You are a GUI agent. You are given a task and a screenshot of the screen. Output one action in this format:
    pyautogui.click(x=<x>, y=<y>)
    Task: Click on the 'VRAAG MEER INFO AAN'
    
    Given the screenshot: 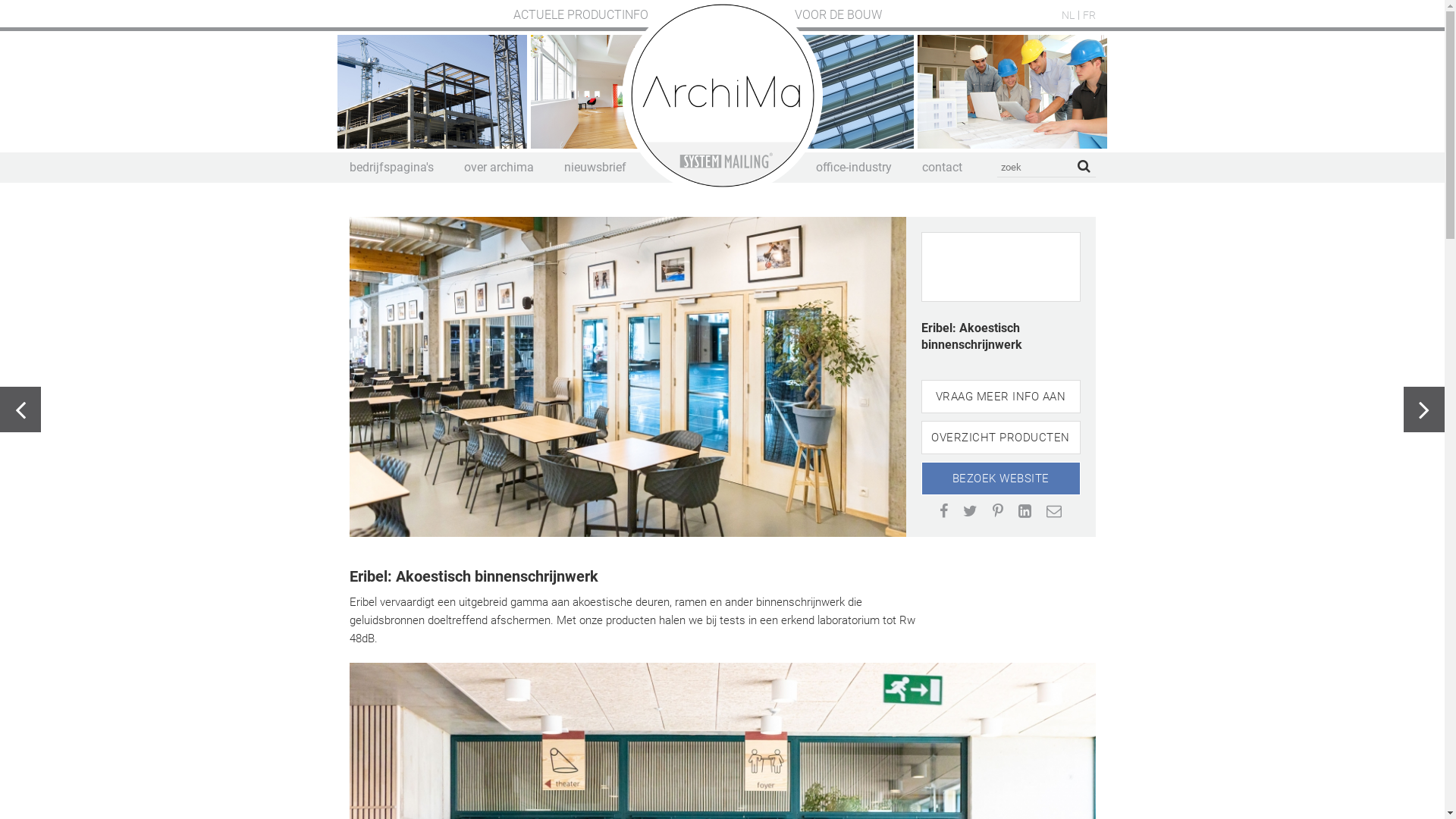 What is the action you would take?
    pyautogui.click(x=1000, y=396)
    